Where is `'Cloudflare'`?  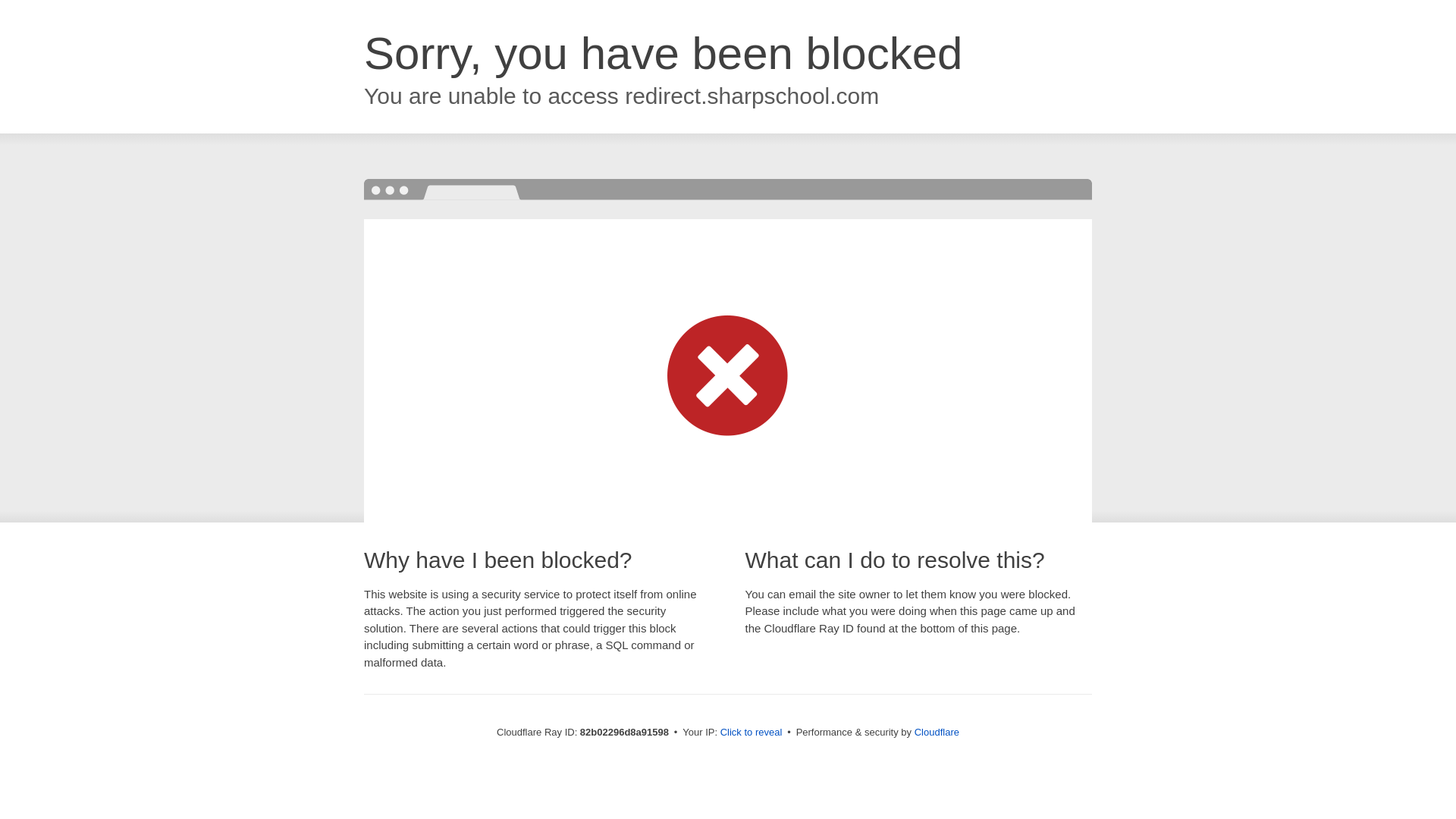
'Cloudflare' is located at coordinates (936, 731).